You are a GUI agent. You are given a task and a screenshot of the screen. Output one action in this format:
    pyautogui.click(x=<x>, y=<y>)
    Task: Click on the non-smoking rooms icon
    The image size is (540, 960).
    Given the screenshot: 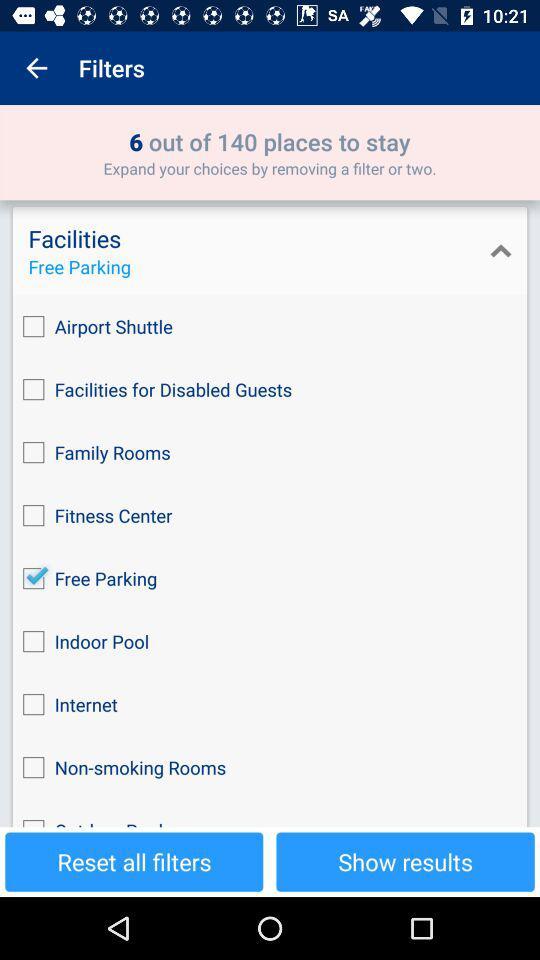 What is the action you would take?
    pyautogui.click(x=270, y=766)
    